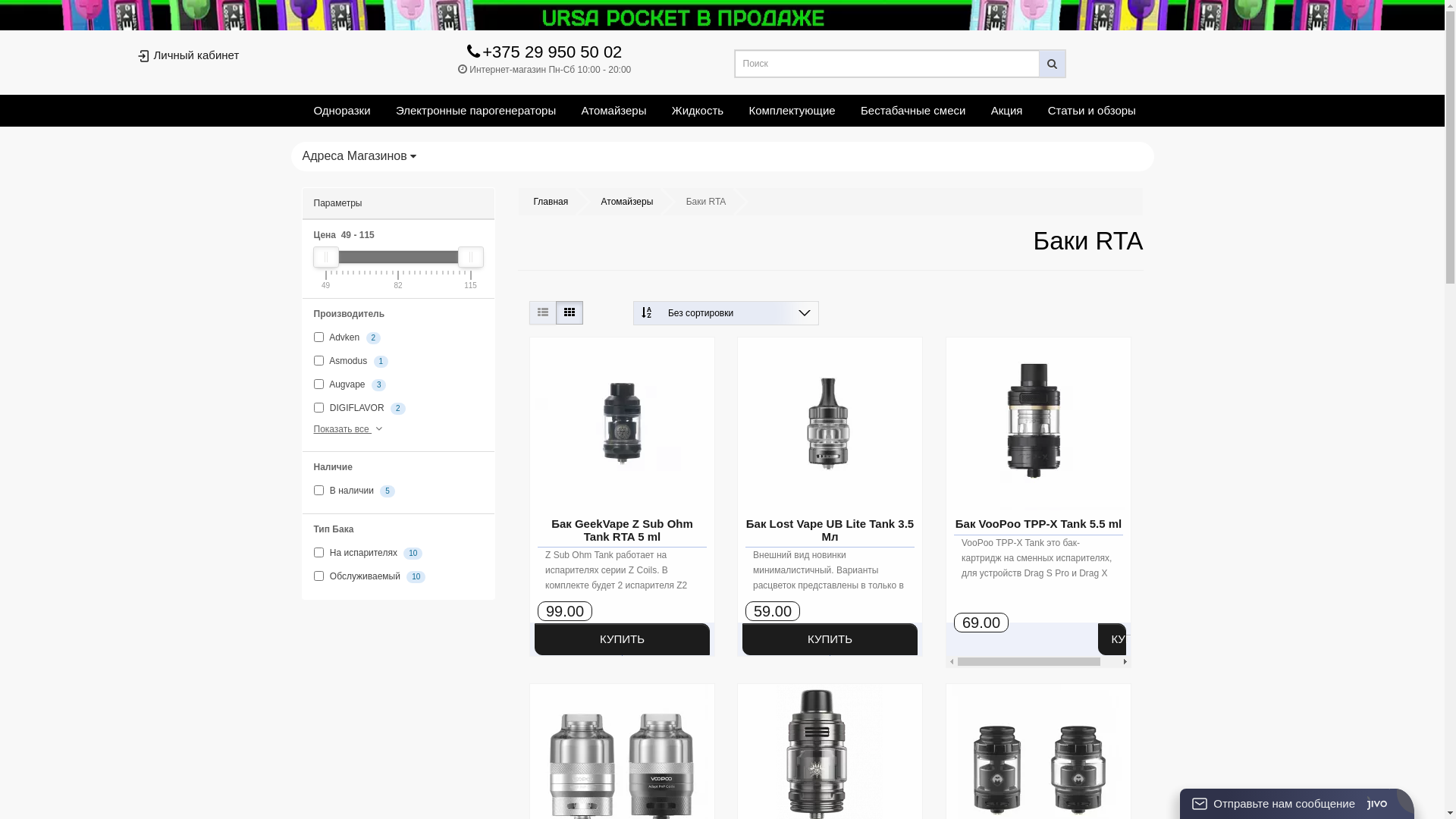 This screenshot has width=1456, height=819. Describe the element at coordinates (544, 54) in the screenshot. I see `'+375 29 950 50 02'` at that location.